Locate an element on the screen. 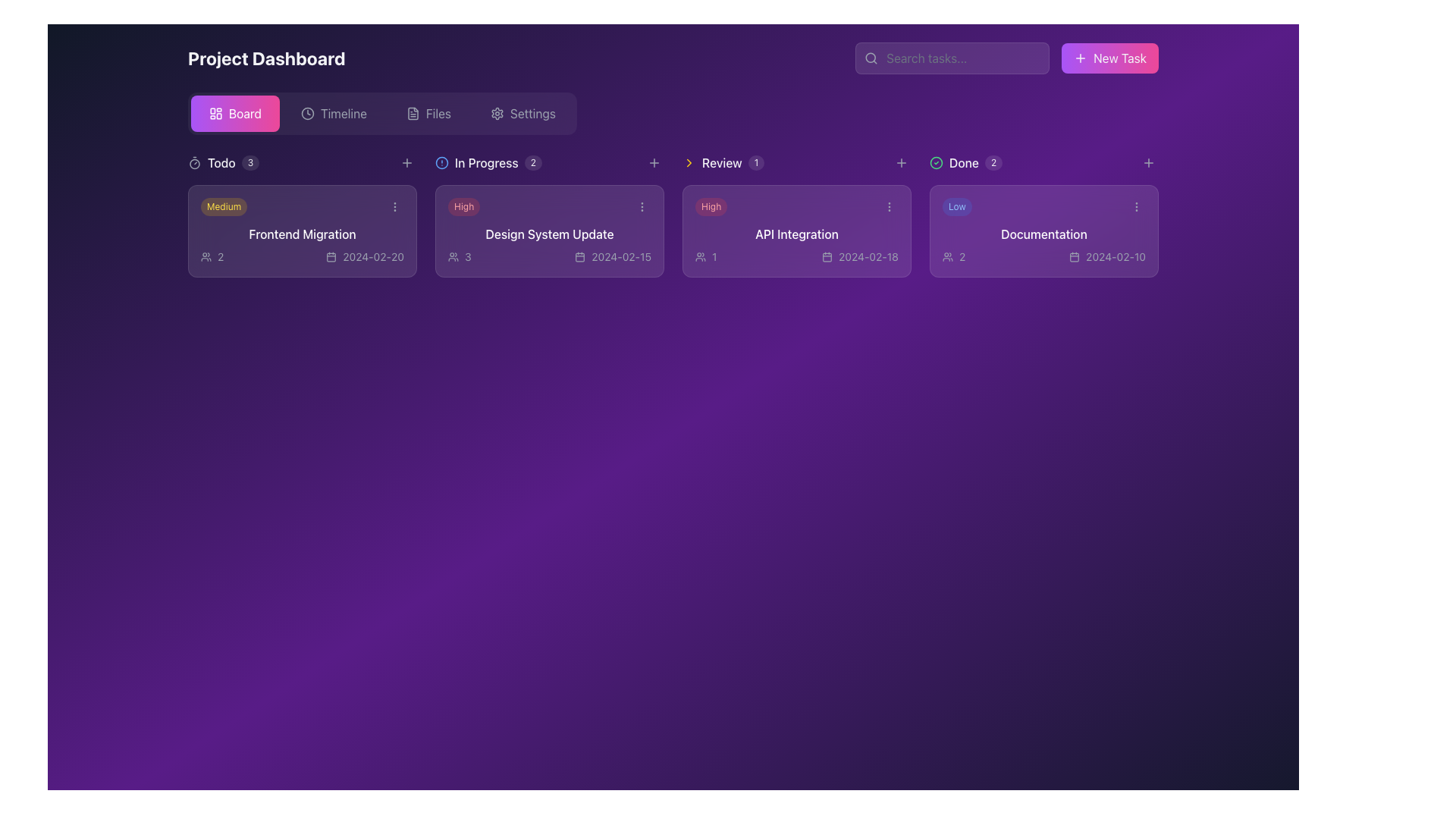 This screenshot has width=1456, height=819. the Task Card displaying 'Documentation' with priority 'Low' in the 'Done' section is located at coordinates (1043, 231).